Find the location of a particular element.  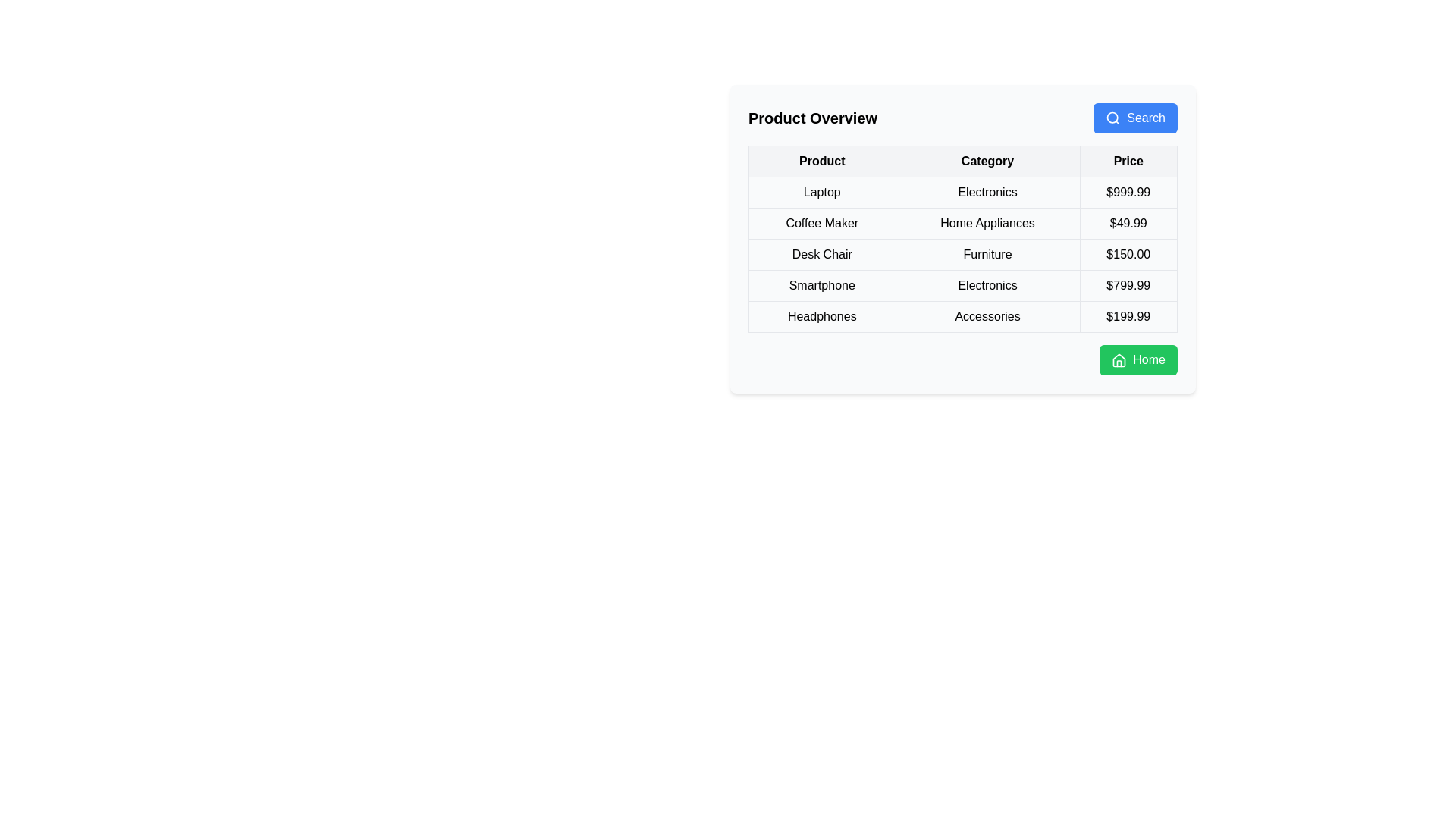

the Table Header Row under the 'Product Overview' label to sort the columns if sorting is implemented is located at coordinates (962, 161).